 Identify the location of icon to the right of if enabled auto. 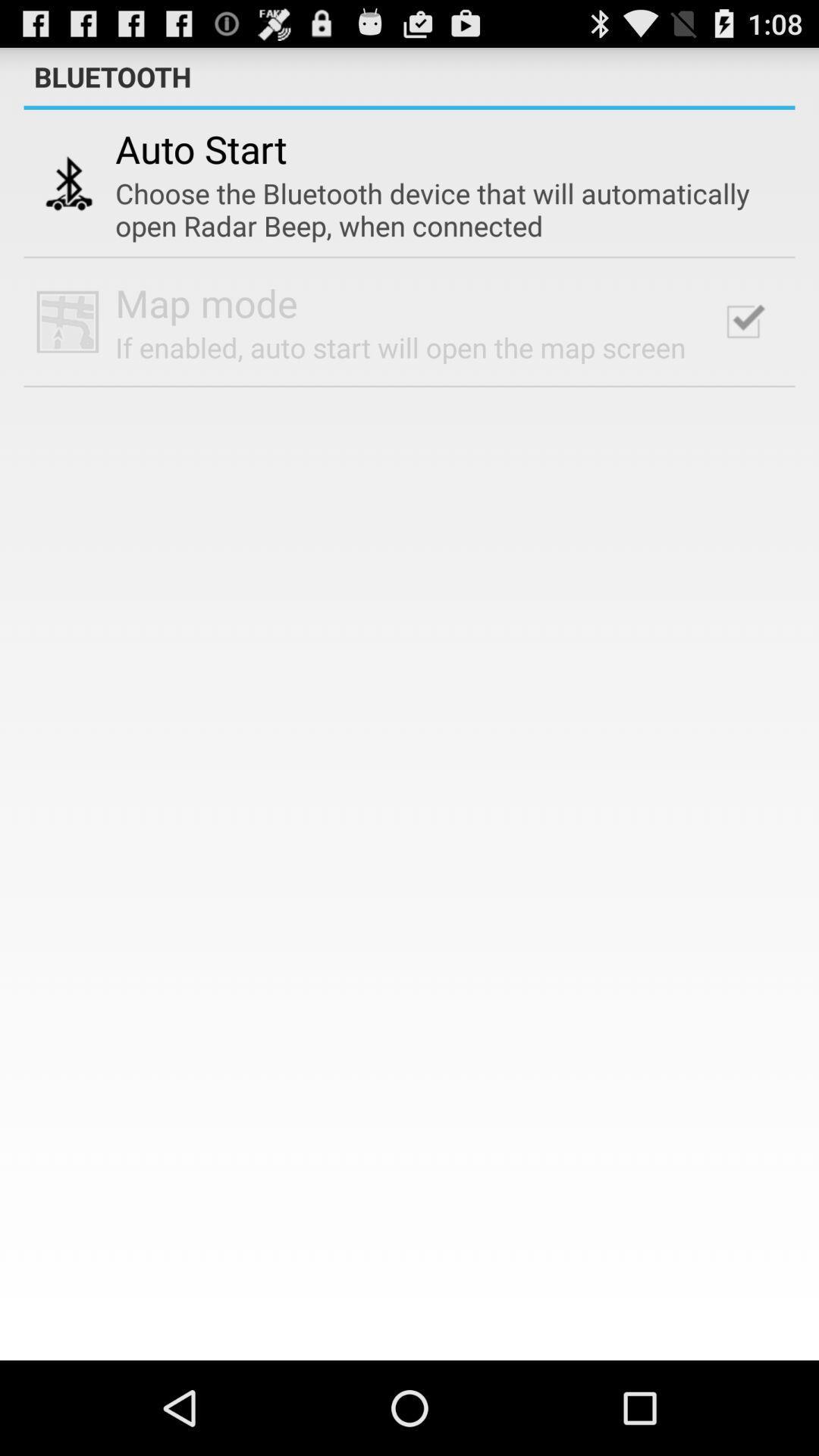
(742, 321).